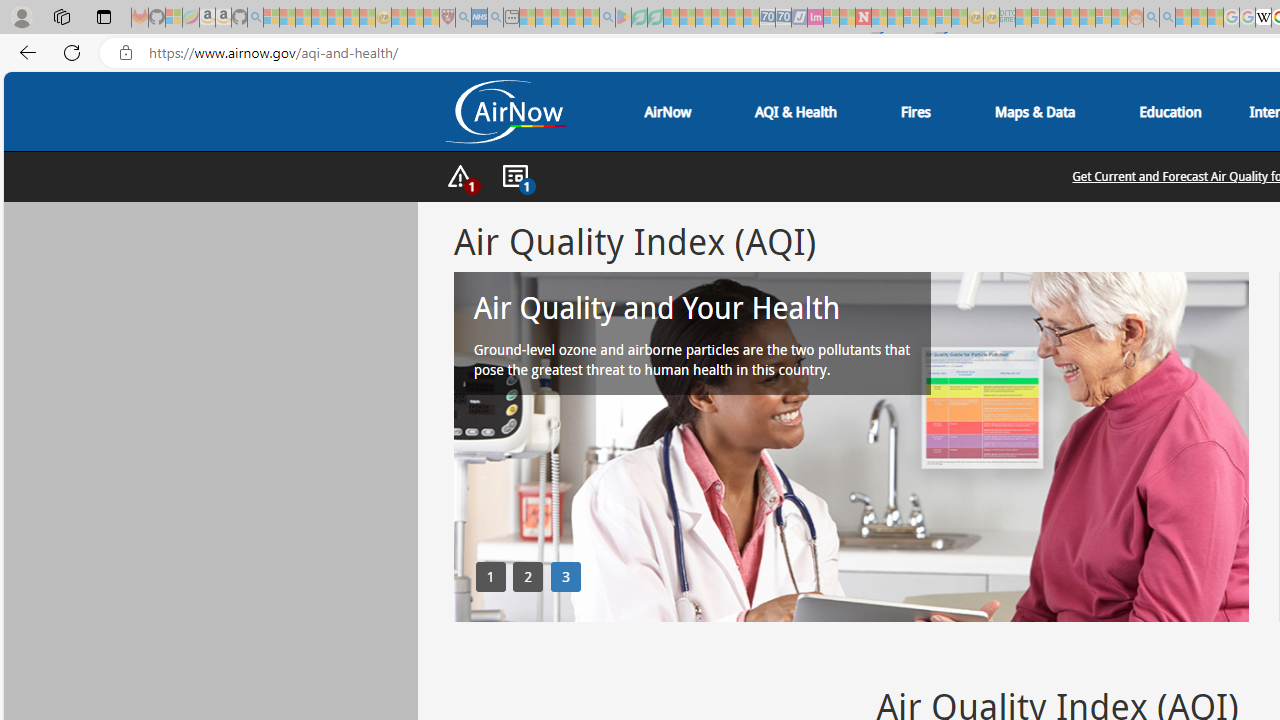  I want to click on 'Air Now Logo', so click(504, 111).